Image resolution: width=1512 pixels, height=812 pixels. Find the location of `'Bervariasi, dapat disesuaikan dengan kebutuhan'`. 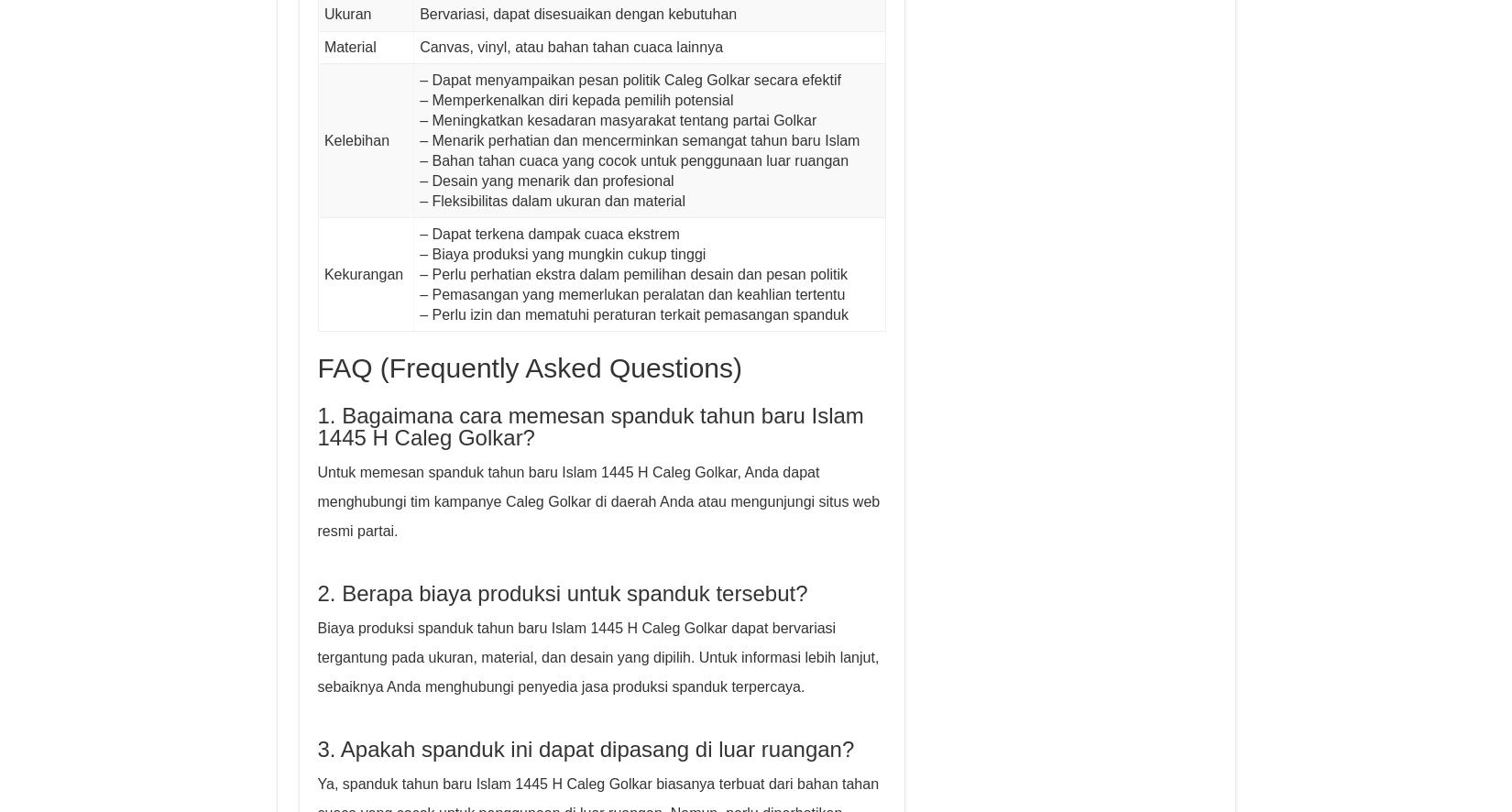

'Bervariasi, dapat disesuaikan dengan kebutuhan' is located at coordinates (576, 14).